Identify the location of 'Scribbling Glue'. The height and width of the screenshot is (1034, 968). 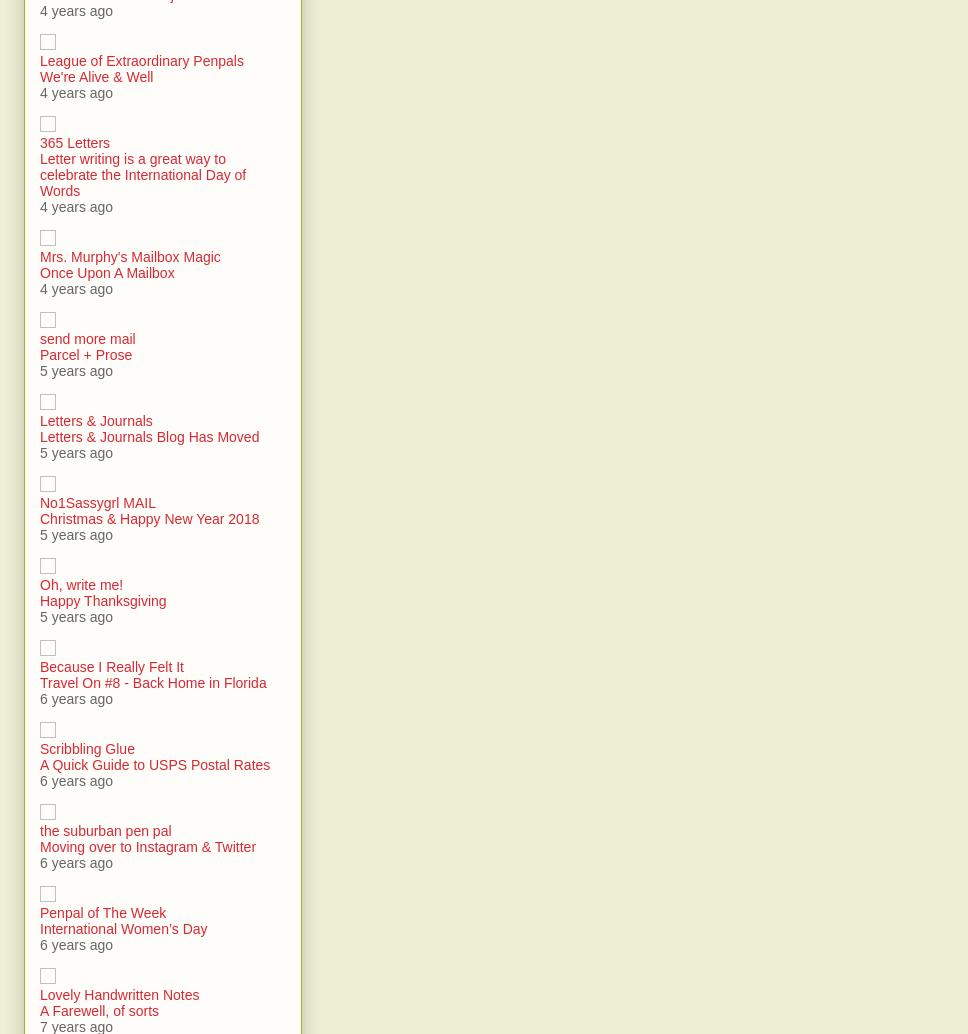
(87, 749).